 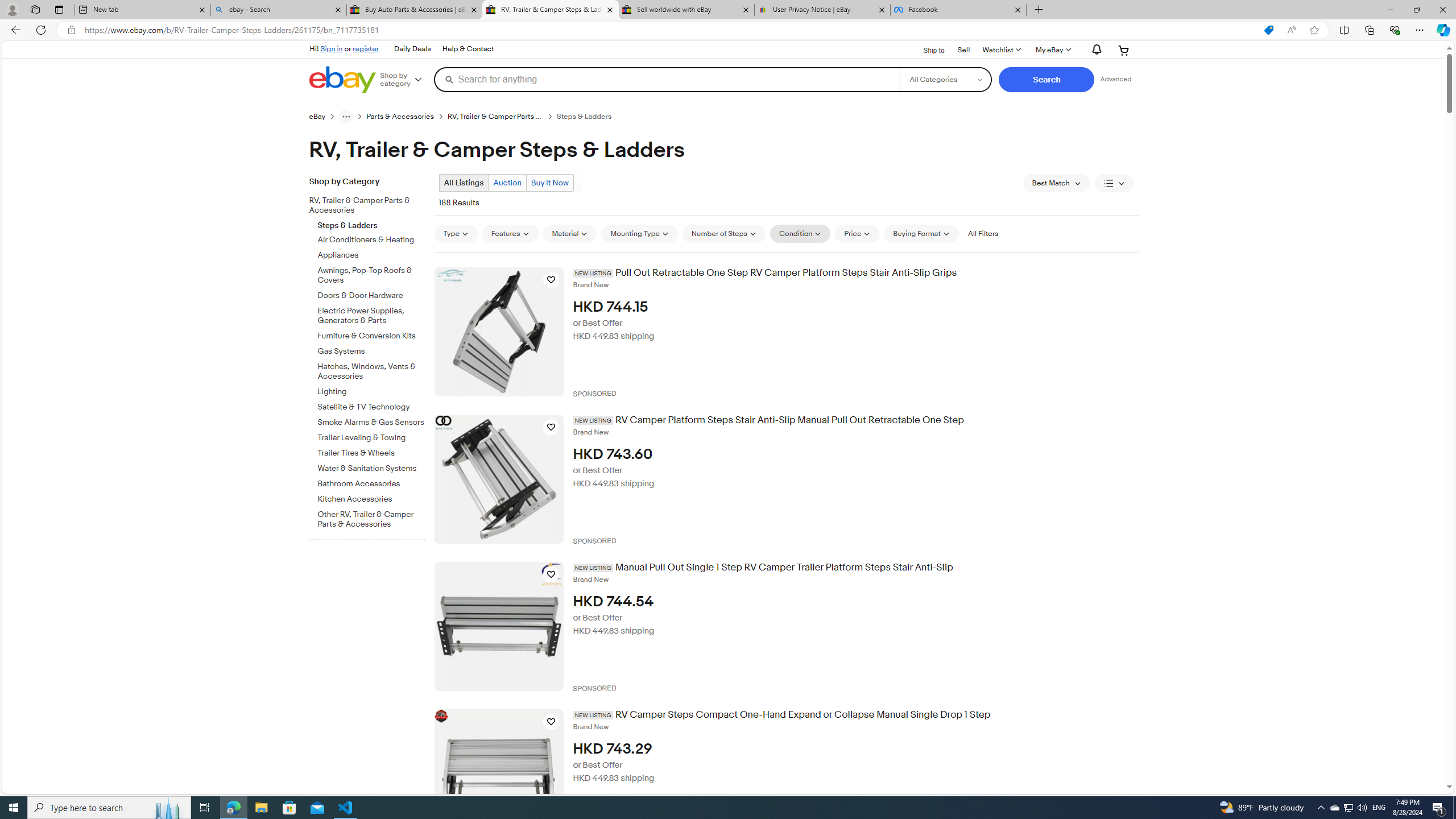 I want to click on 'Water & Sanitation Systems', so click(x=371, y=468).